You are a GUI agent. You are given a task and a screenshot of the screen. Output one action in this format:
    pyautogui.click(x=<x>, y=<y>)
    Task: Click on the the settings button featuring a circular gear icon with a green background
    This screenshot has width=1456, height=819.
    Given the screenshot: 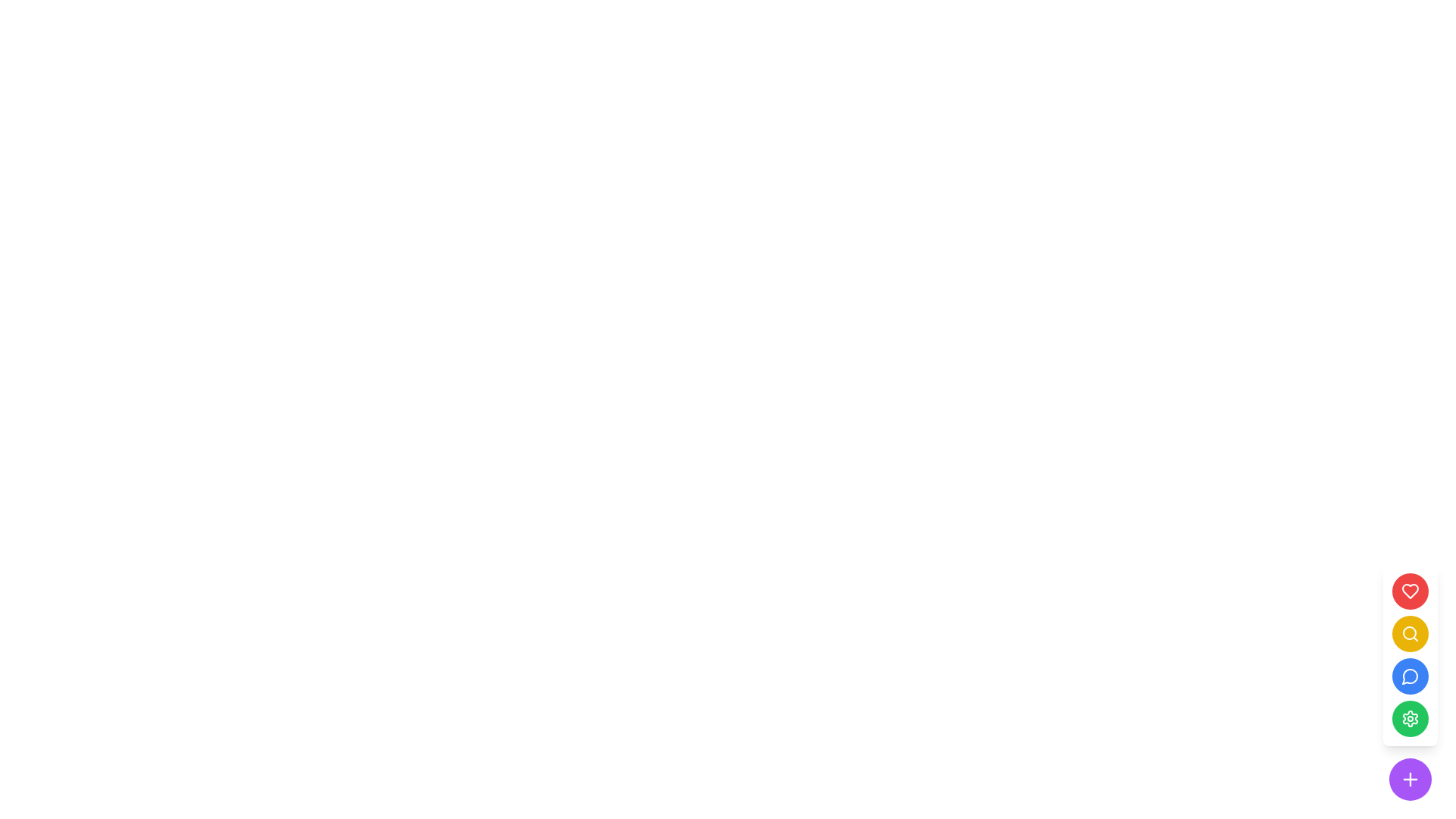 What is the action you would take?
    pyautogui.click(x=1410, y=718)
    